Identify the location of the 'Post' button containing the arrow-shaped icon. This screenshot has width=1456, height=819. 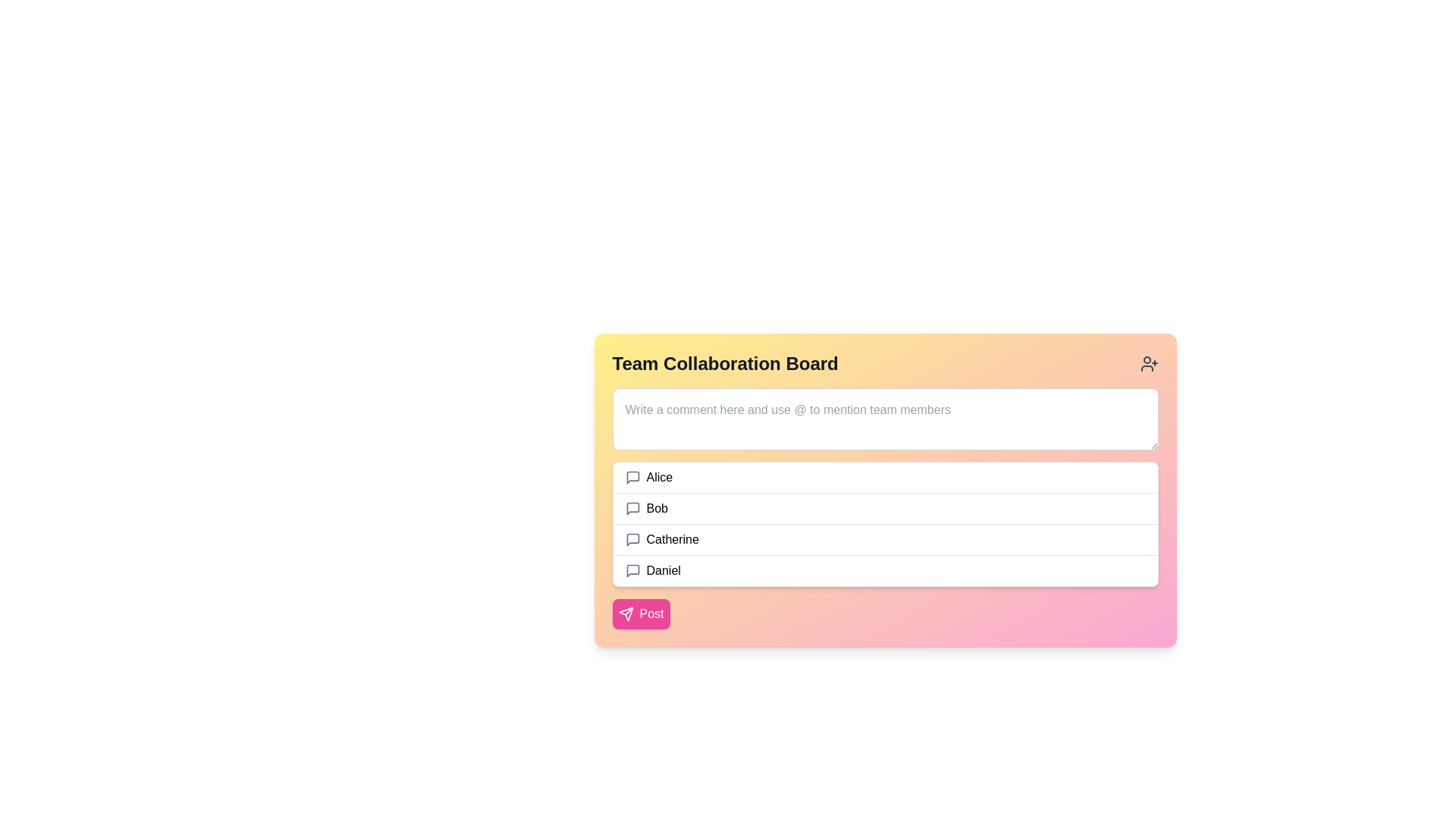
(626, 614).